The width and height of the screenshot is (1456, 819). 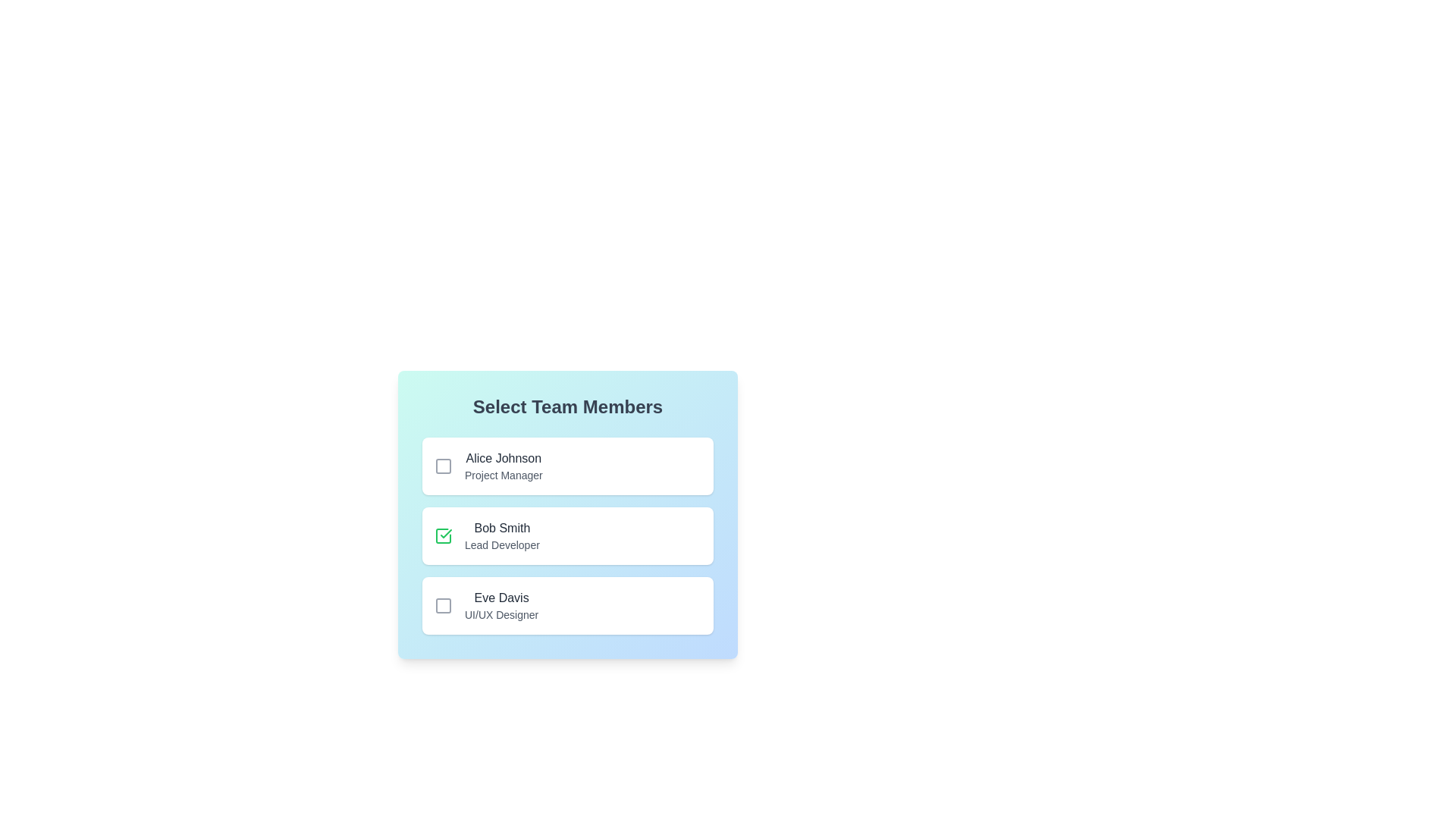 What do you see at coordinates (443, 604) in the screenshot?
I see `the square icon with a gray border and central dot located under the text 'Eve Davis' and 'UI/UX Designer'` at bounding box center [443, 604].